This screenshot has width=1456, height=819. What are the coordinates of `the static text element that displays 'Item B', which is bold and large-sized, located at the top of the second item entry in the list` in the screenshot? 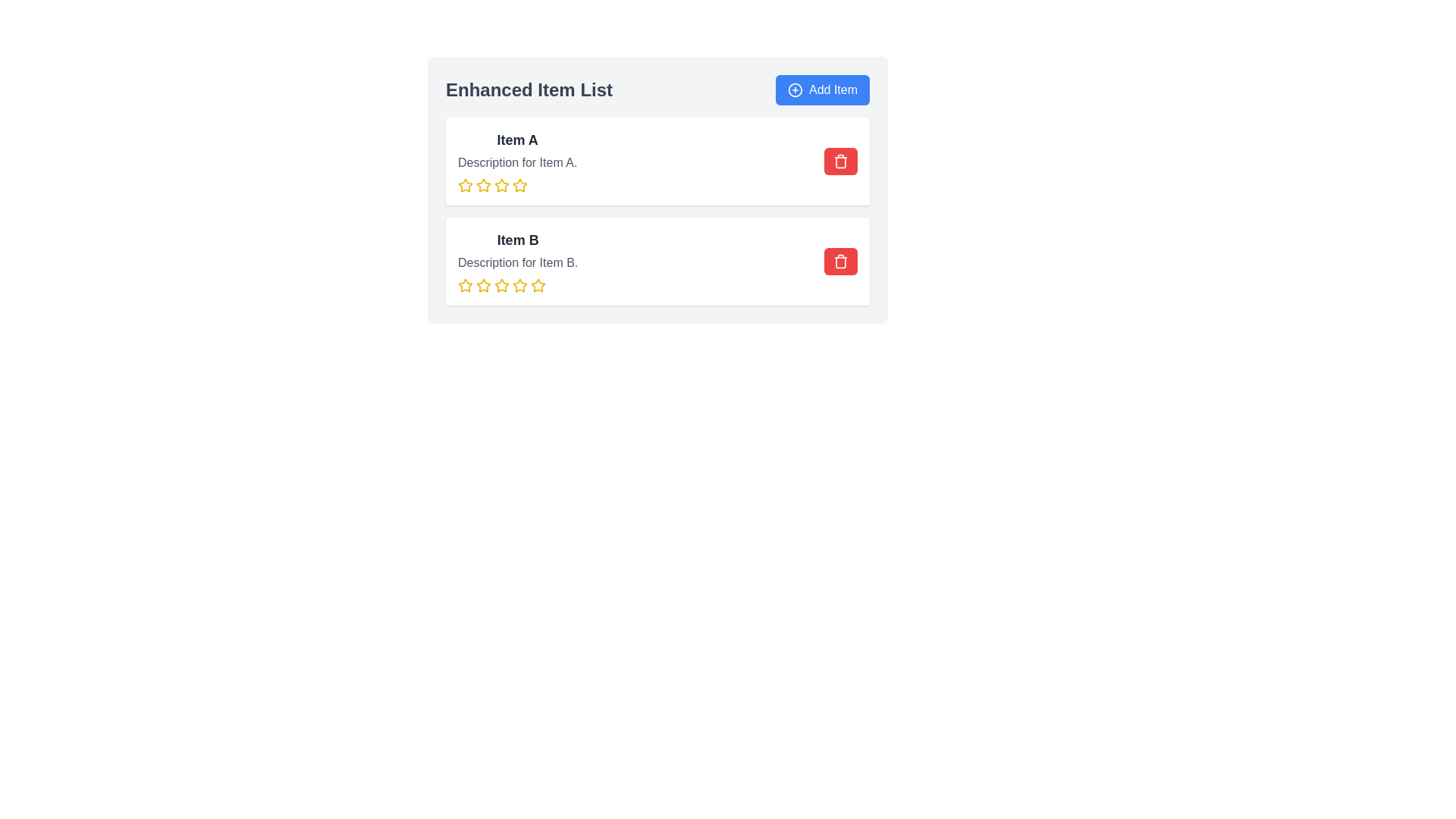 It's located at (518, 239).